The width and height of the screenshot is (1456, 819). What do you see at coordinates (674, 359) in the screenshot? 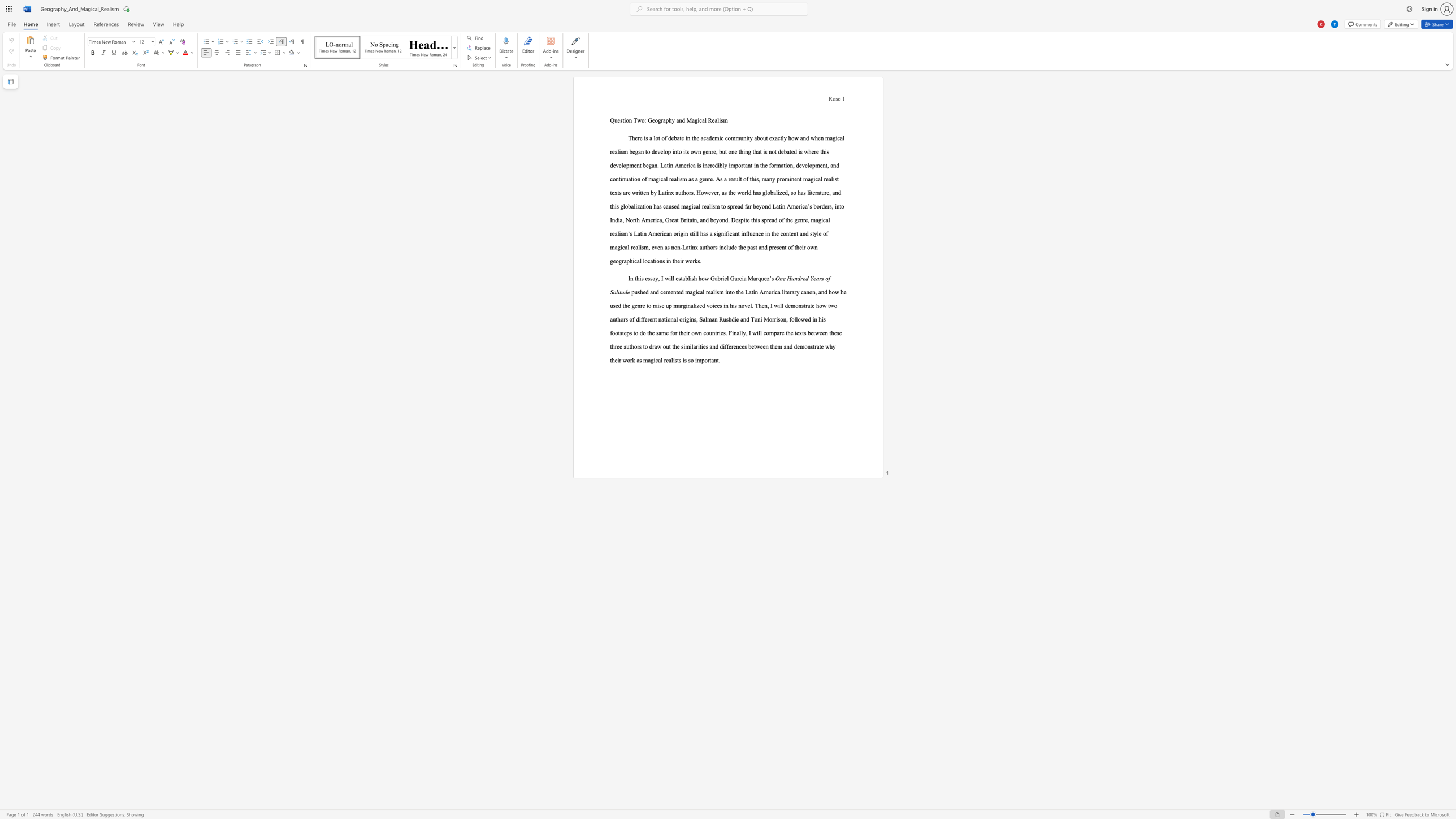
I see `the subset text "sts is so importa" within the text "why their work as magical realists is so important."` at bounding box center [674, 359].